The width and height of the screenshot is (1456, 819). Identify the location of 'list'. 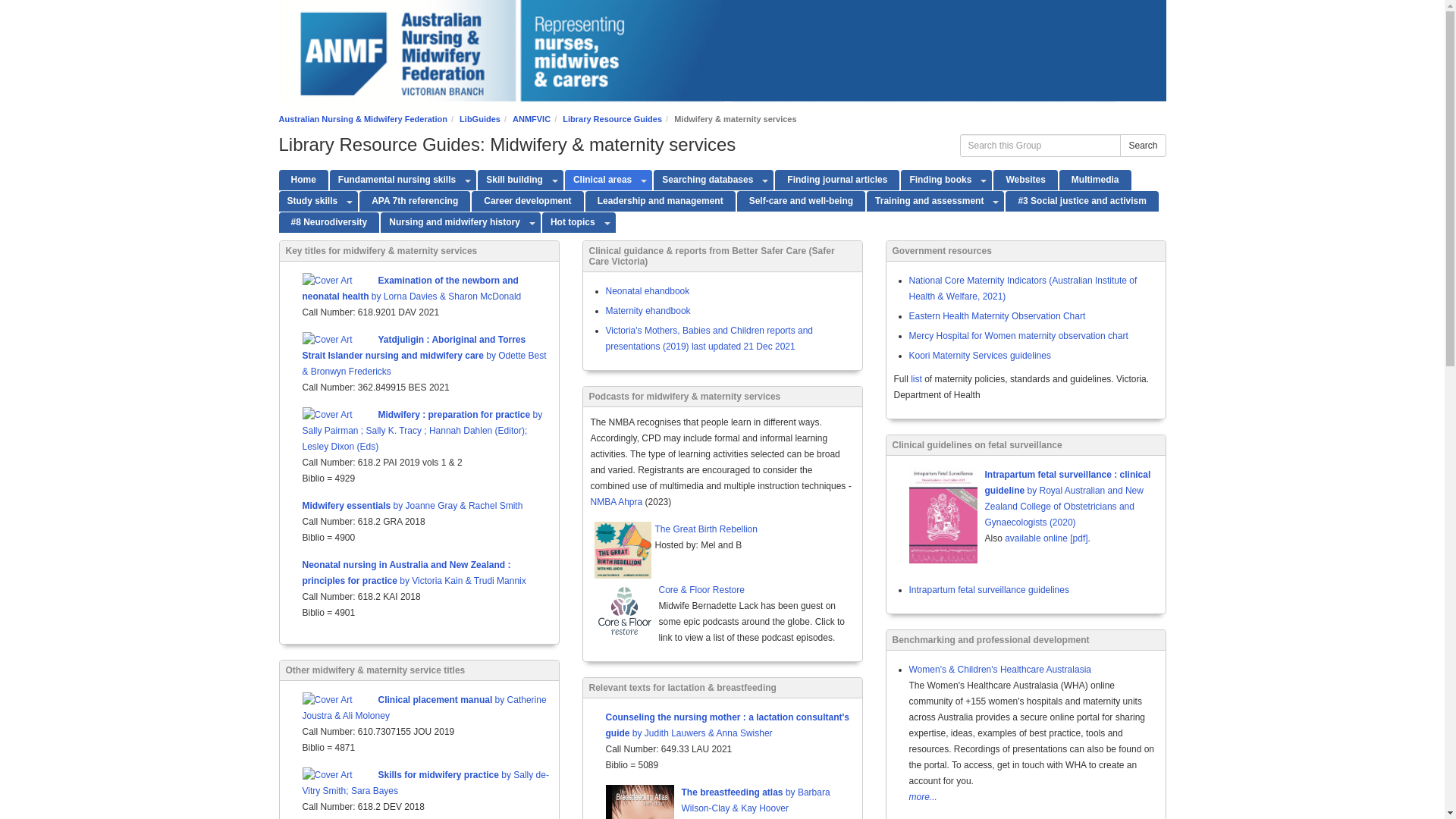
(915, 378).